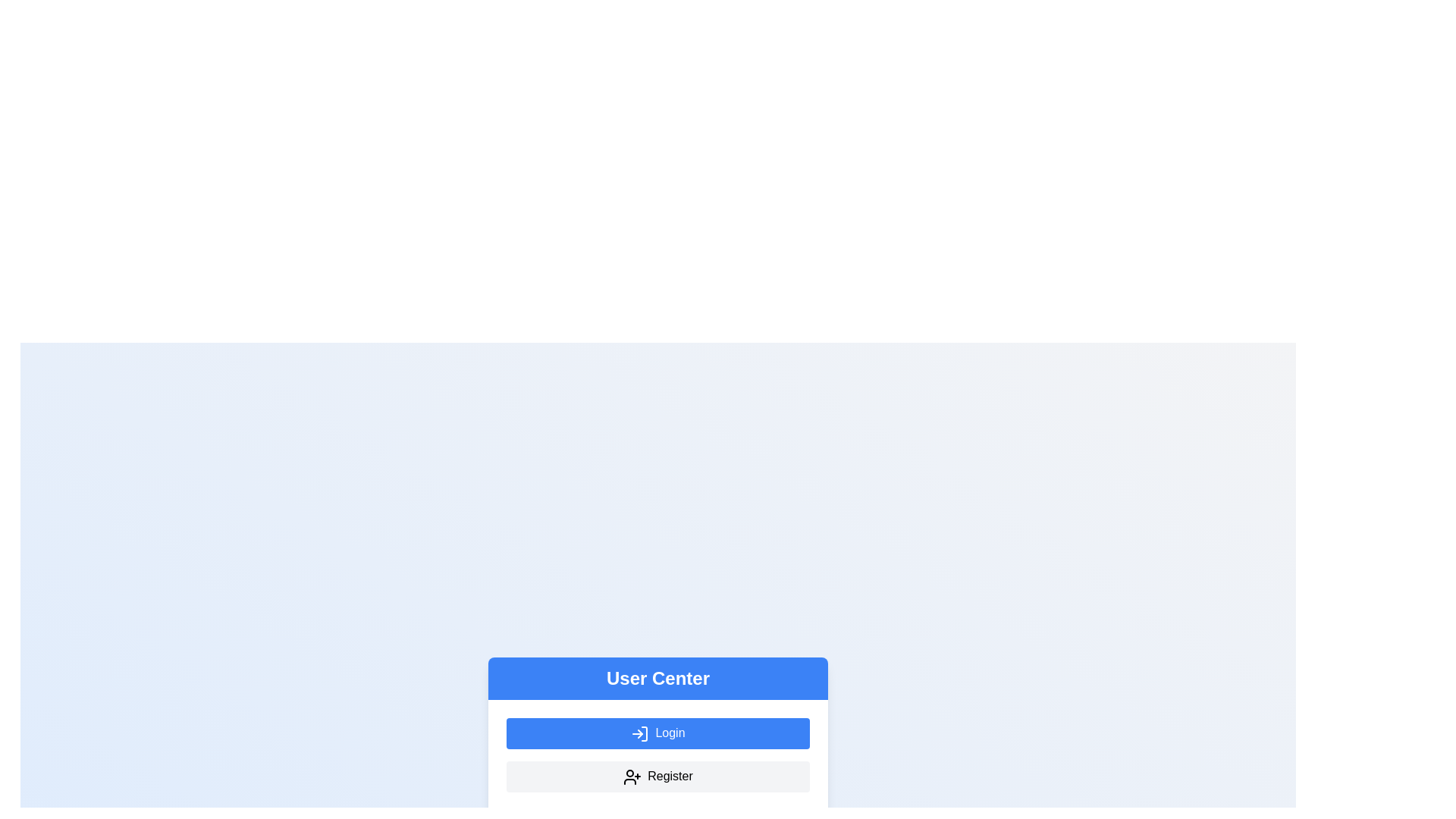 The image size is (1456, 819). What do you see at coordinates (640, 733) in the screenshot?
I see `the arrow graphical vector shape within the login icon` at bounding box center [640, 733].